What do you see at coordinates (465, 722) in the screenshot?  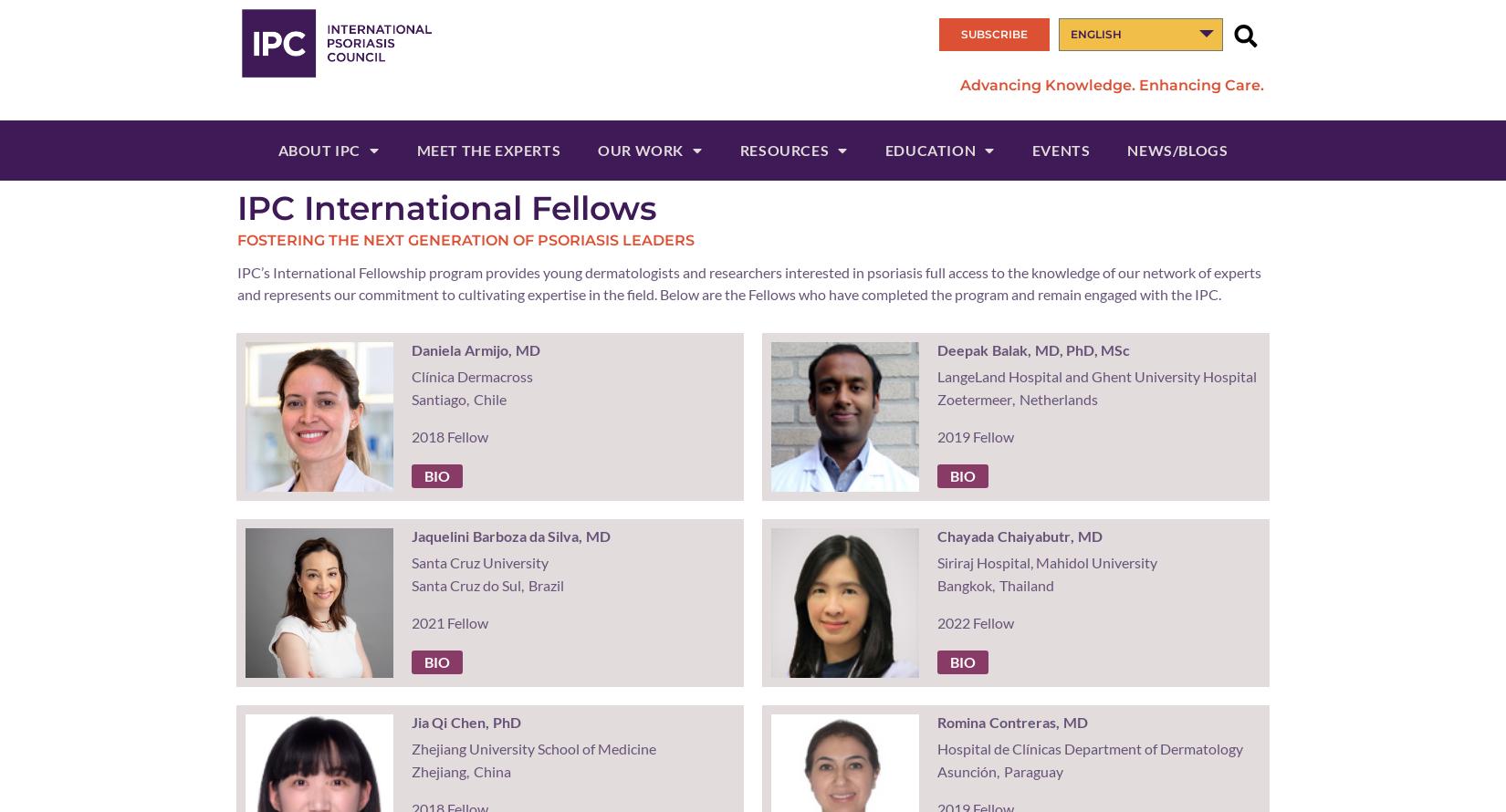 I see `'Chen'` at bounding box center [465, 722].